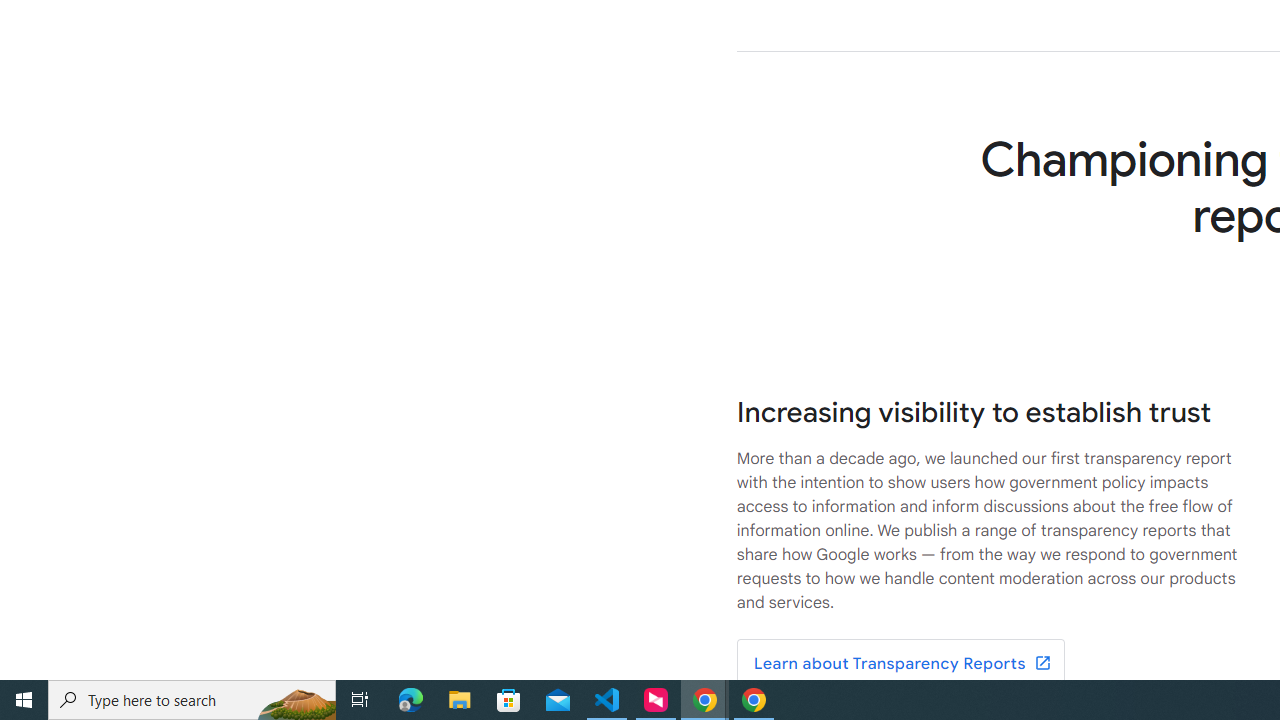  I want to click on 'Go to Transparency Report About web page', so click(899, 664).